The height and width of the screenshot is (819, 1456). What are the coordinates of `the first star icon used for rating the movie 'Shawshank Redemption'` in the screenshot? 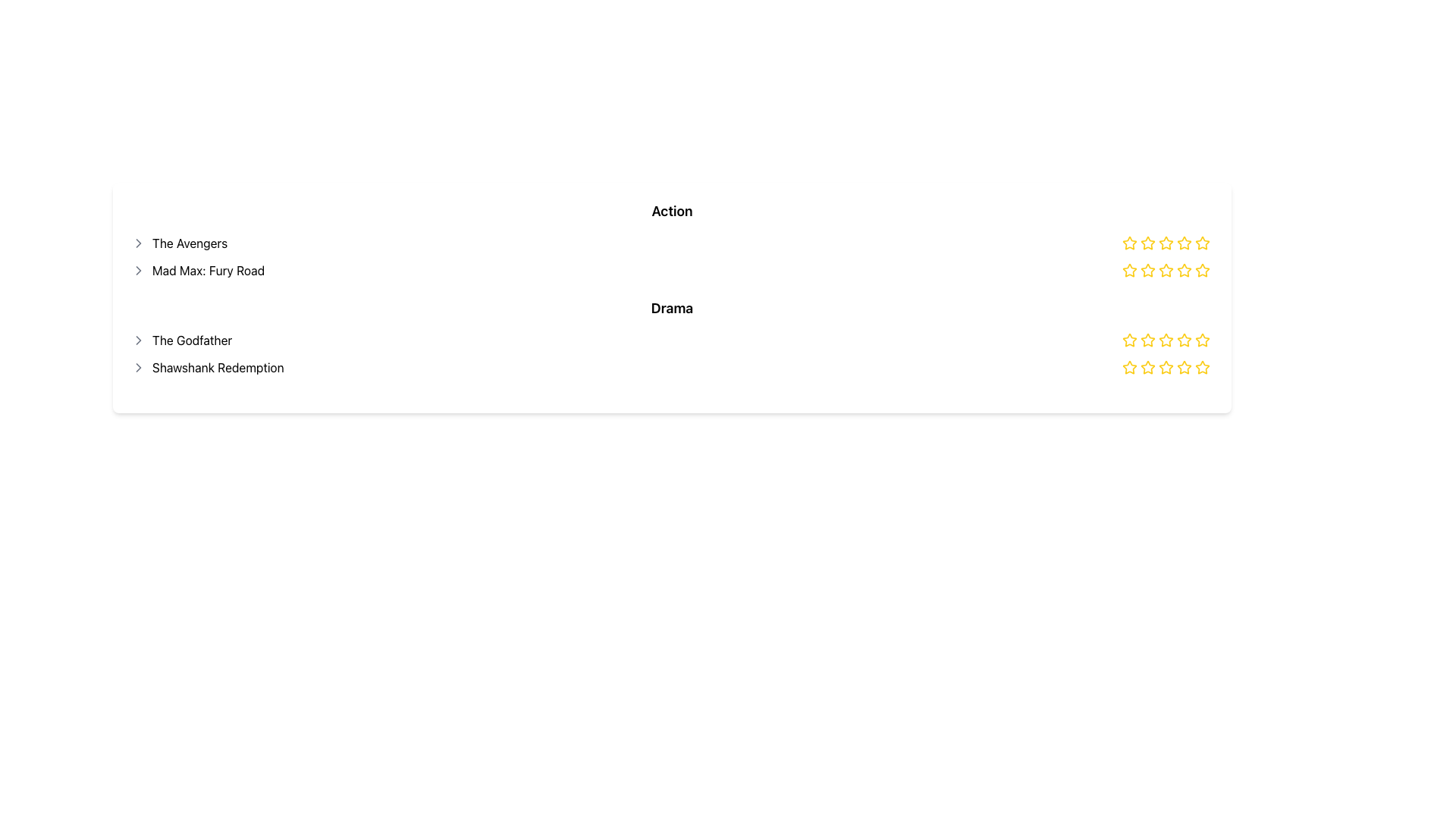 It's located at (1128, 366).